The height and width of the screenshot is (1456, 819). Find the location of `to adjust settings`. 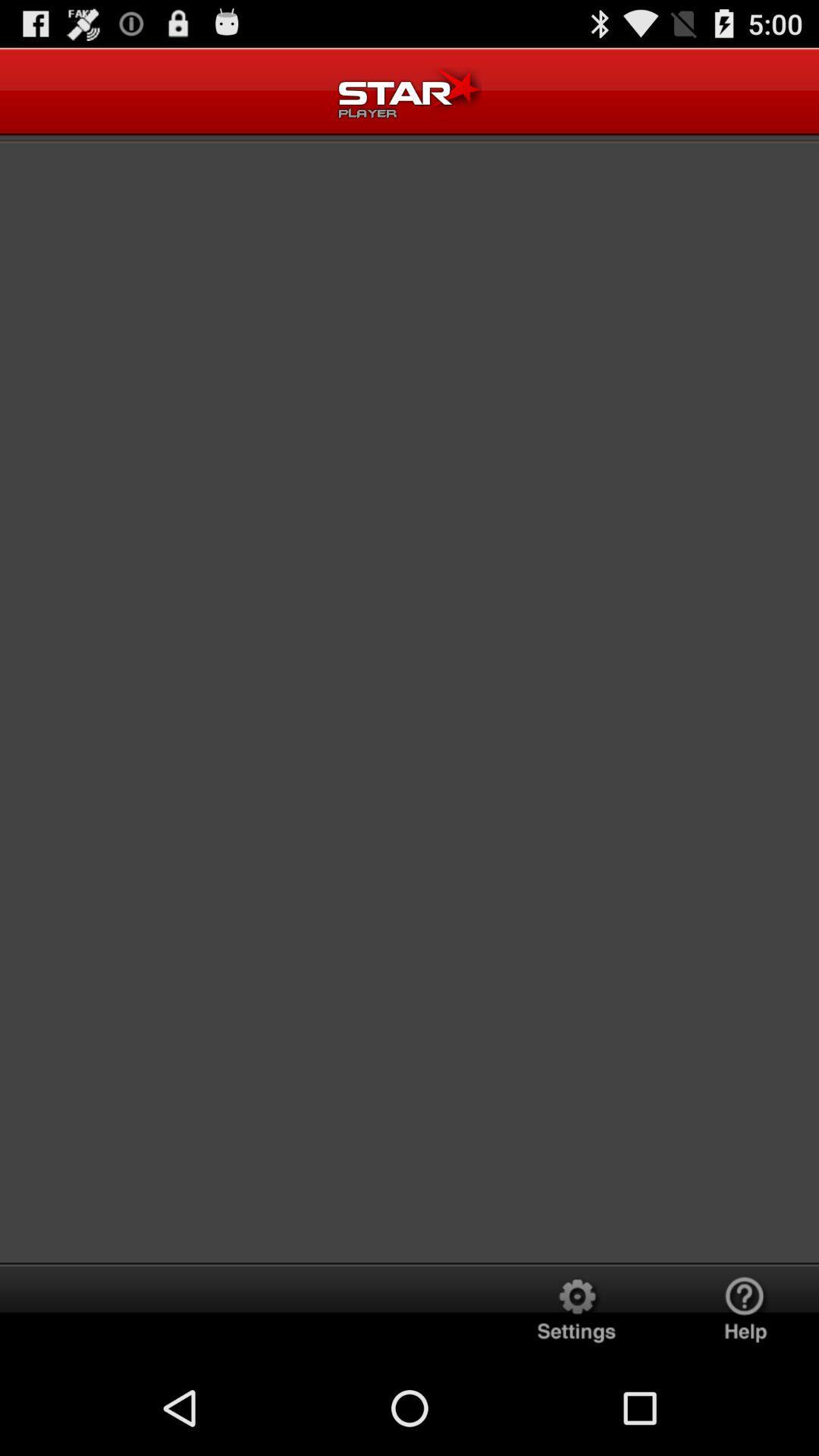

to adjust settings is located at coordinates (576, 1310).